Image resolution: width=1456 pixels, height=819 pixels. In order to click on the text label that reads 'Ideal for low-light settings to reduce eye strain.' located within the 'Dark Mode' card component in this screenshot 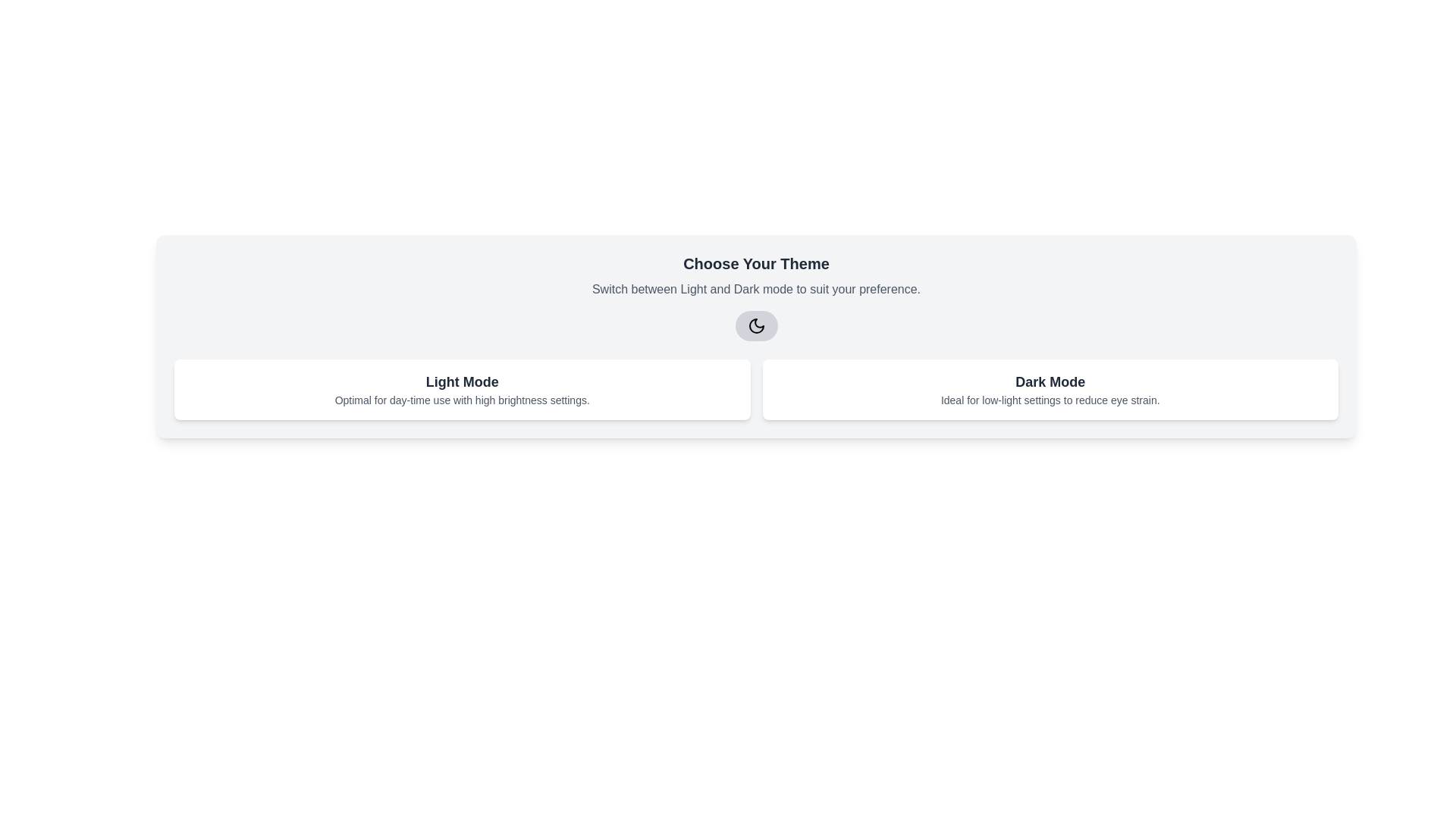, I will do `click(1050, 400)`.